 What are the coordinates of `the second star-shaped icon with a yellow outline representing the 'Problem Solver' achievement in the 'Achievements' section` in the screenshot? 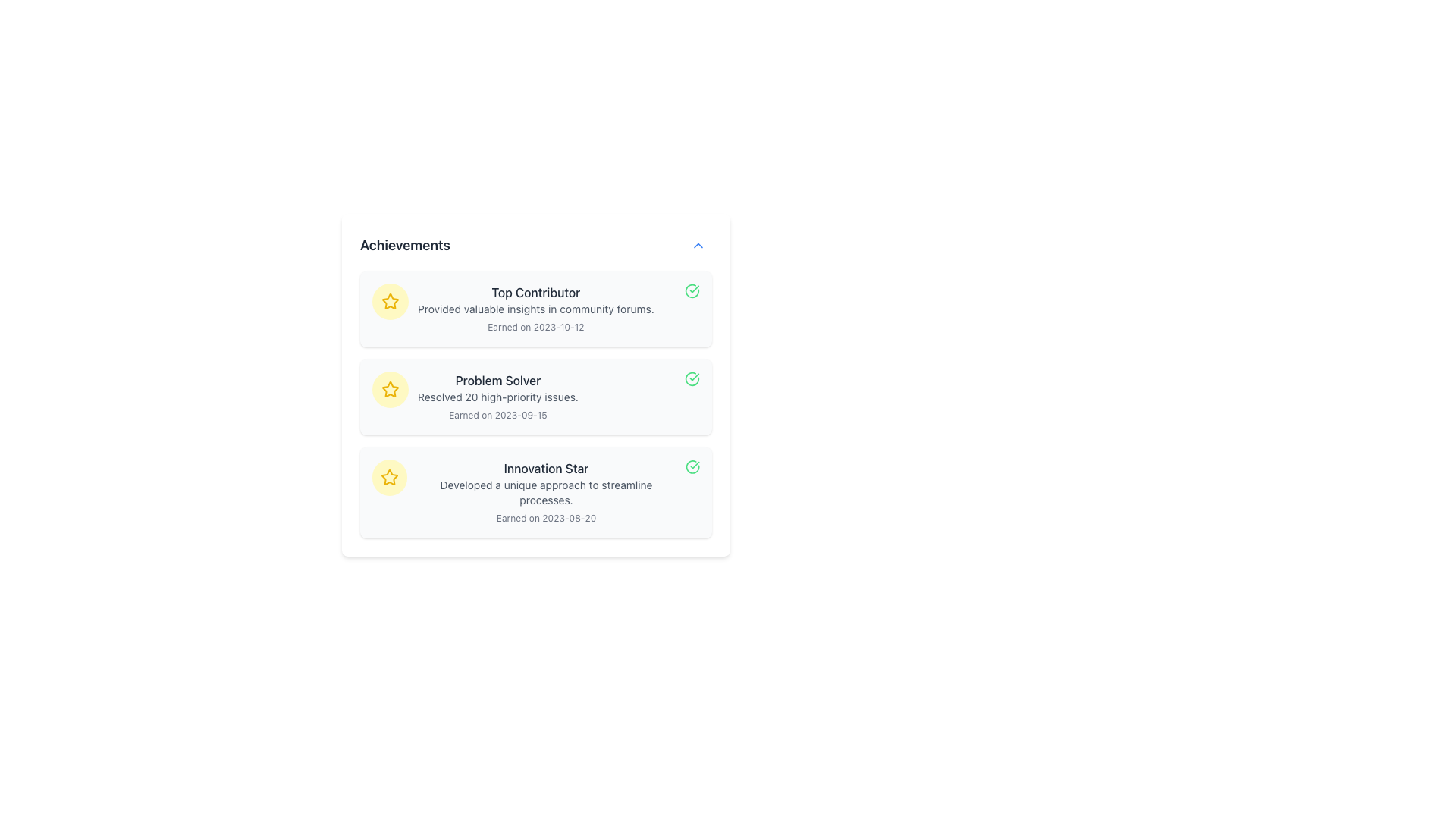 It's located at (390, 301).